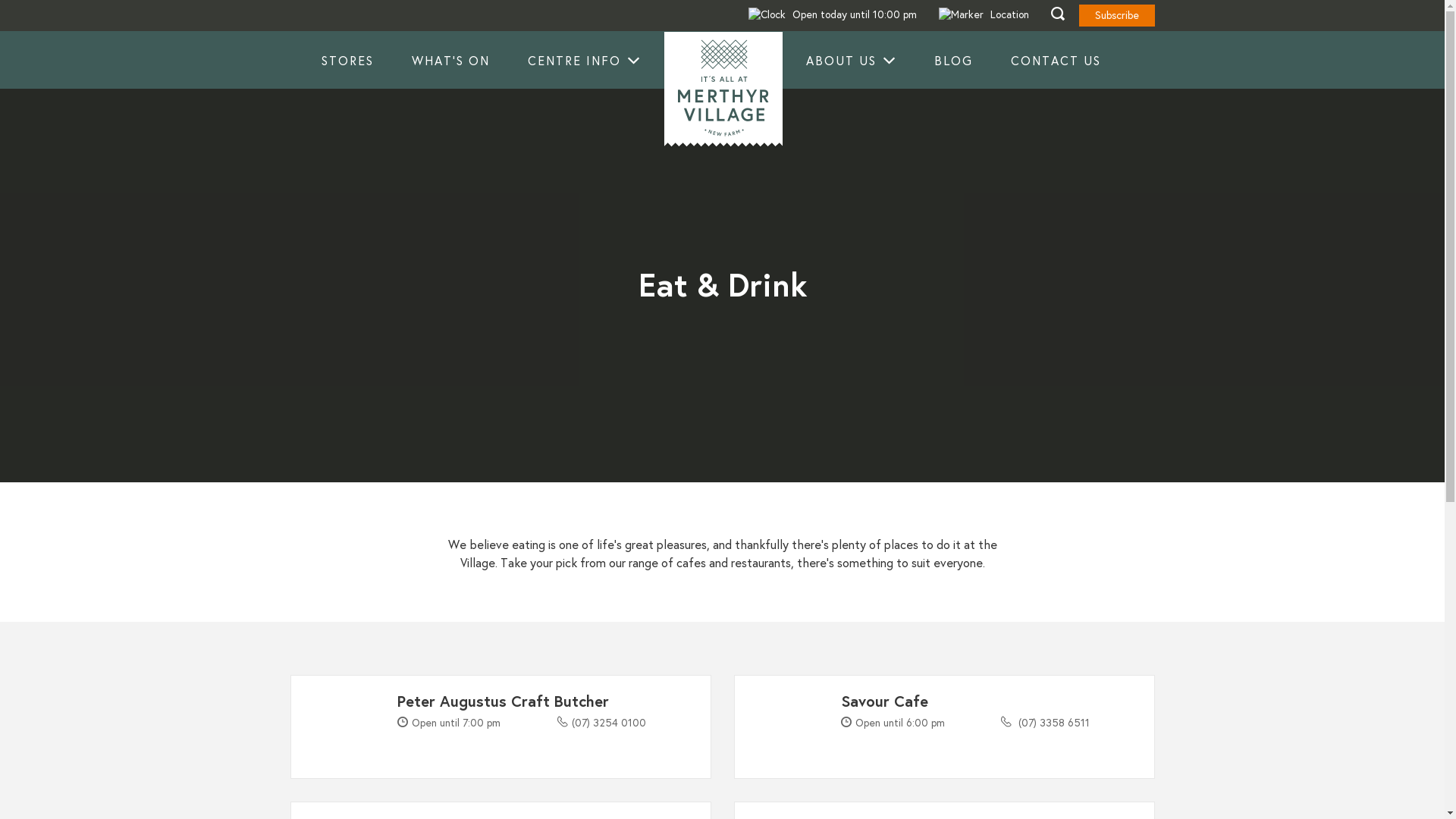  I want to click on 'Subscribe', so click(1116, 15).